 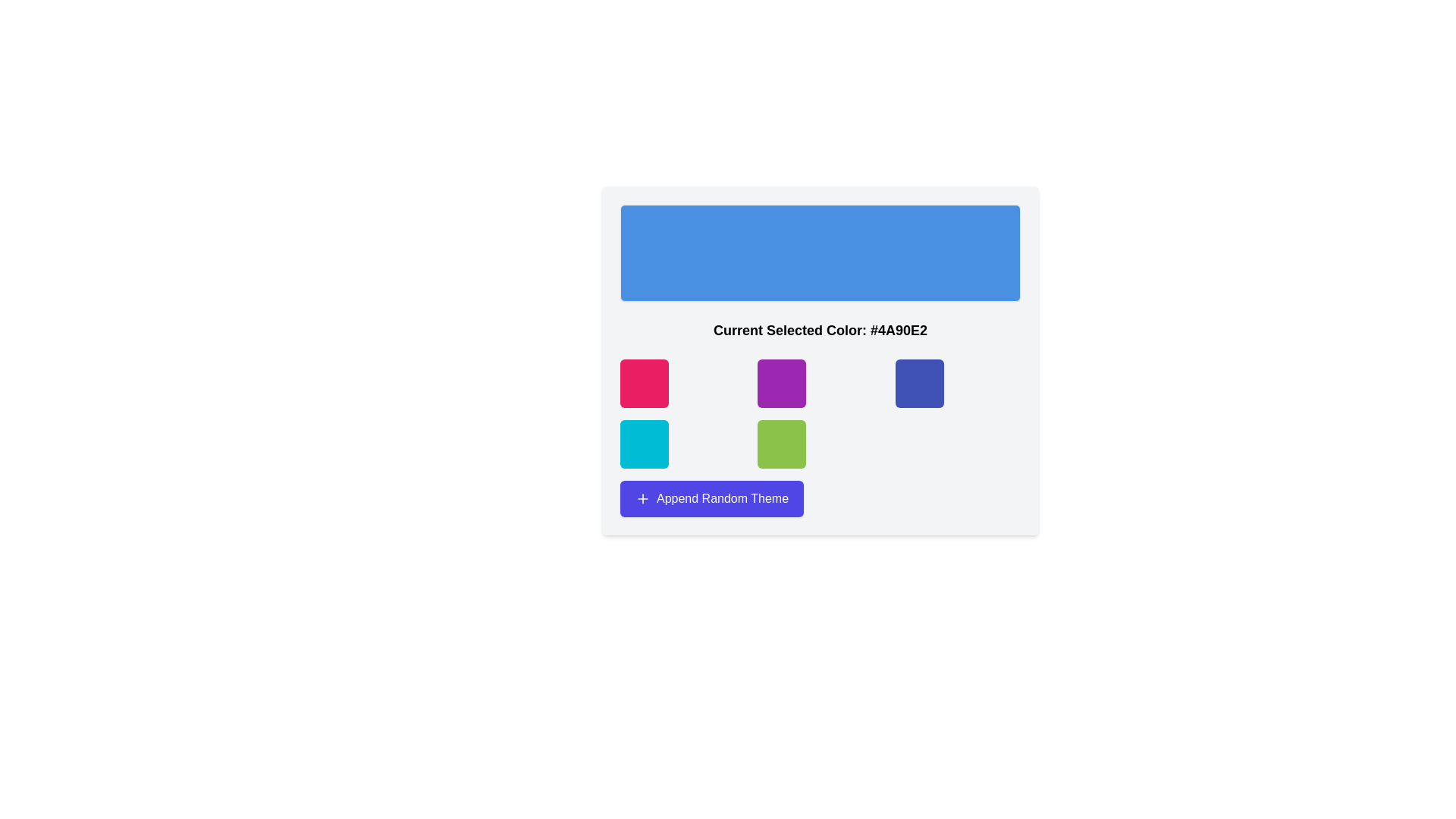 What do you see at coordinates (643, 499) in the screenshot?
I see `the small plus sign icon (+) displayed in white on a blue circular background, which is part of the 'Append Random Theme' button` at bounding box center [643, 499].